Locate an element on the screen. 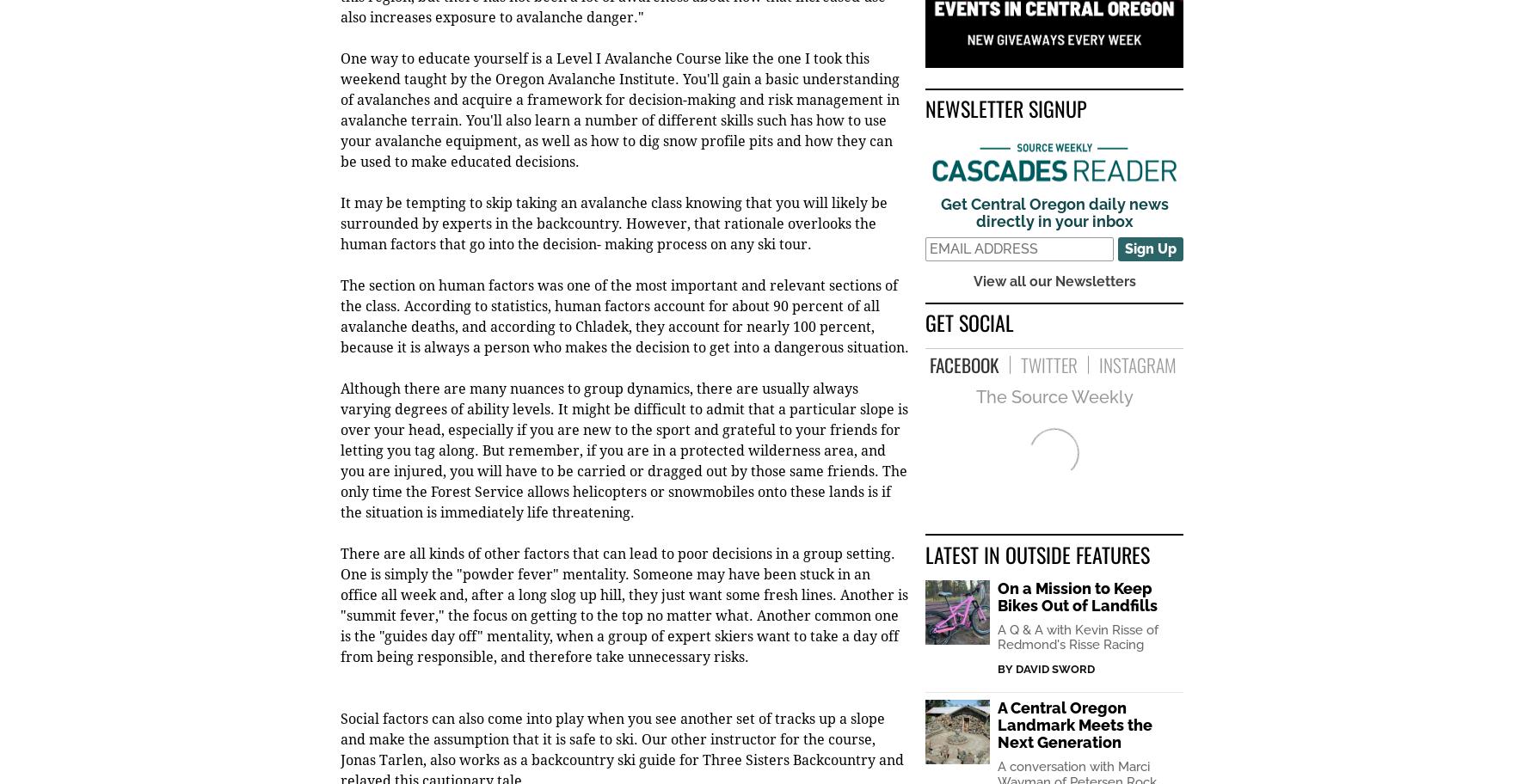  'Facebook' is located at coordinates (929, 365).